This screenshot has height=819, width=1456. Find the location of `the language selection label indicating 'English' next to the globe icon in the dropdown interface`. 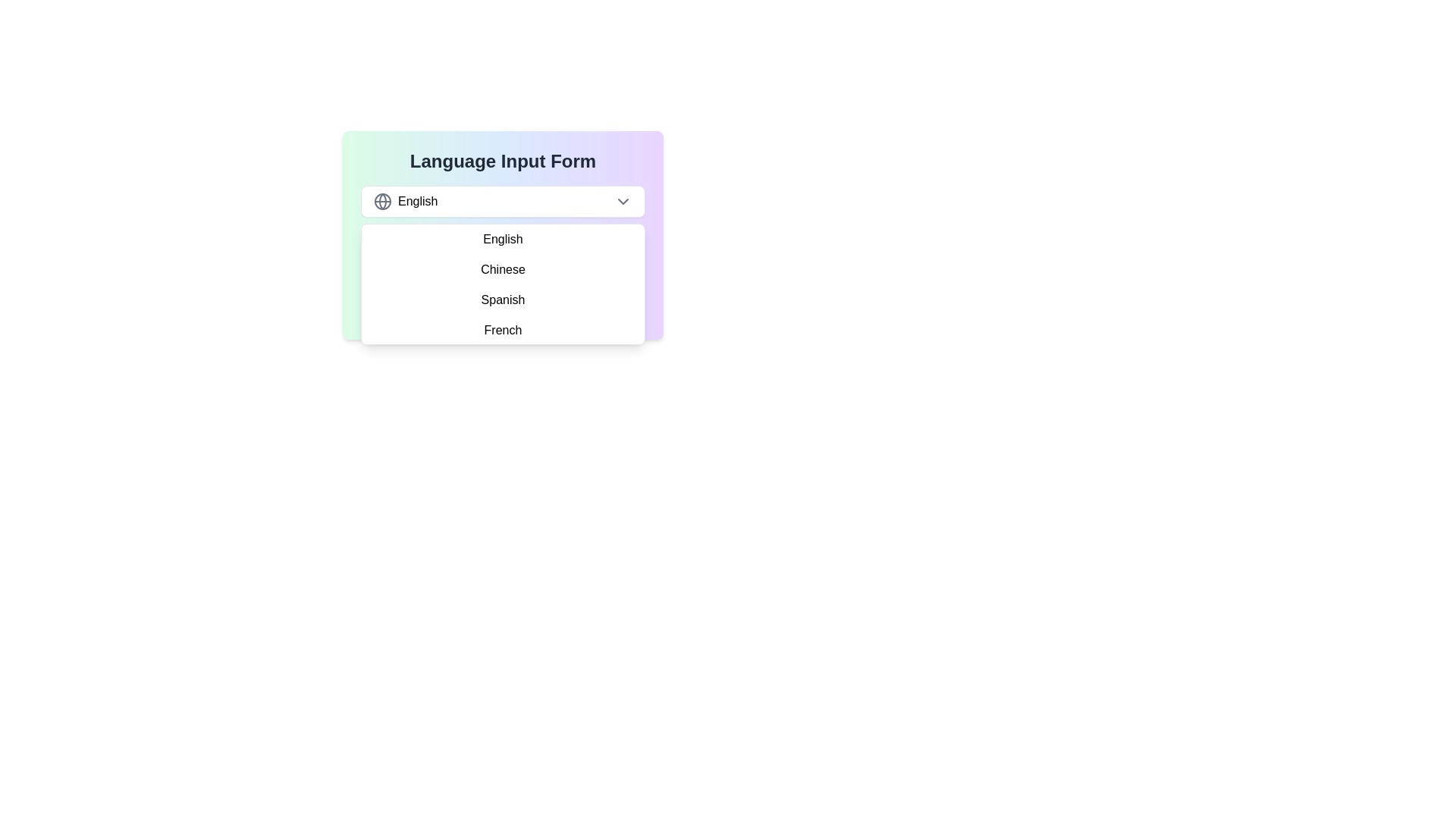

the language selection label indicating 'English' next to the globe icon in the dropdown interface is located at coordinates (406, 201).